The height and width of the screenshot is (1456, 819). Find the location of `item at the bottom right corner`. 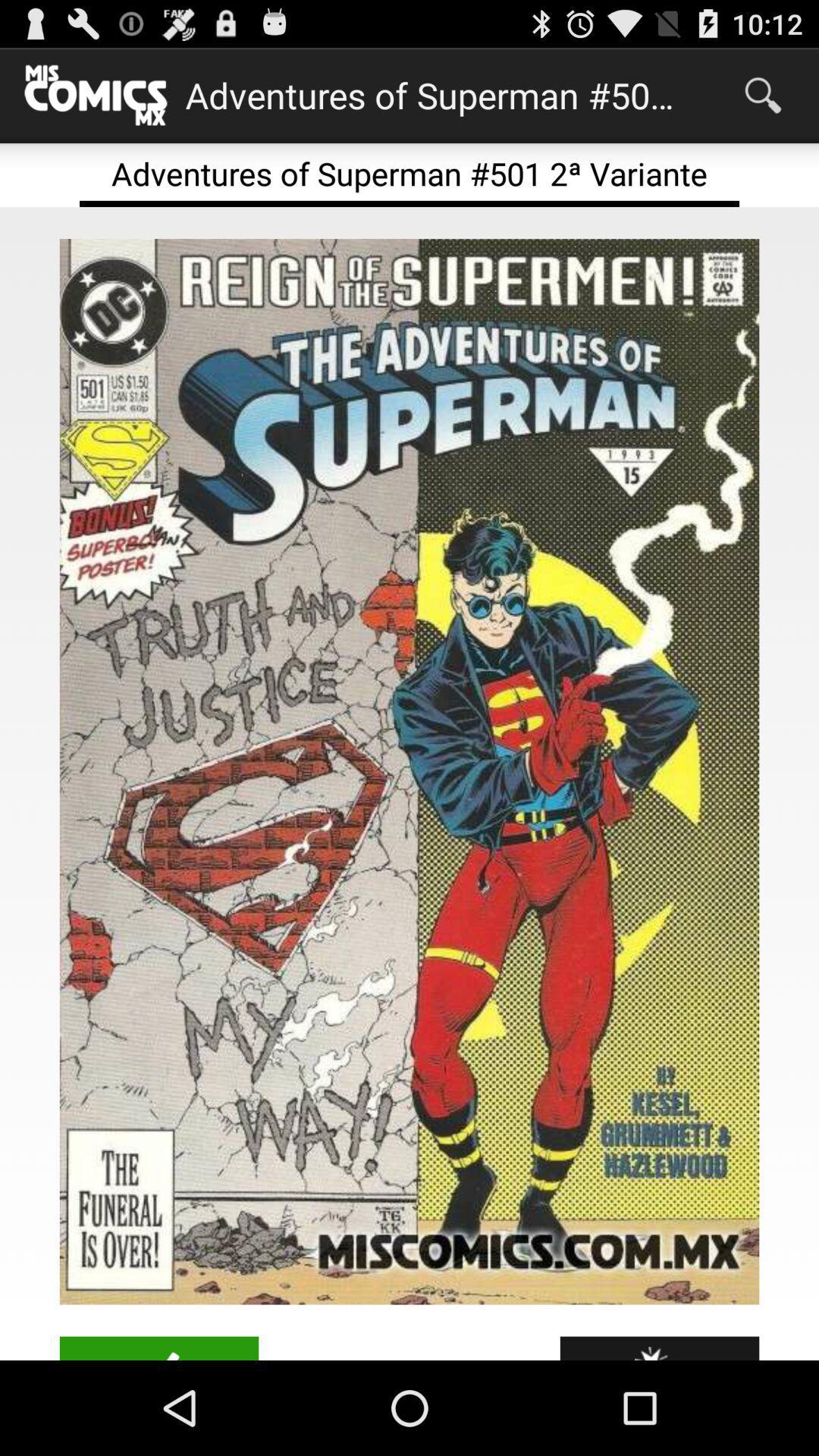

item at the bottom right corner is located at coordinates (659, 1348).